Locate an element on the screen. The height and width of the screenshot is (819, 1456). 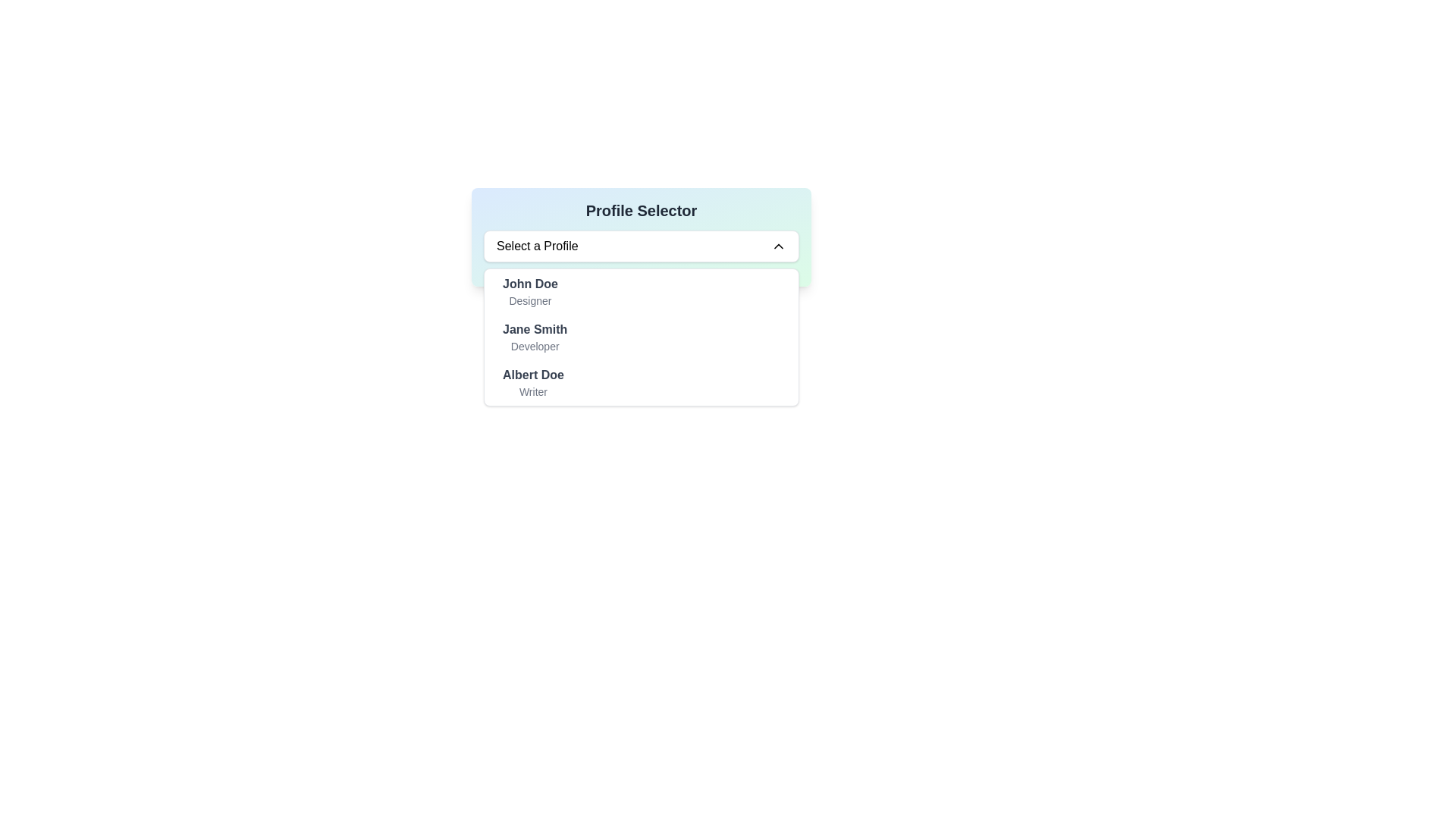
displayed text from the text label that identifies the user profile as 'Jane Smith', located under the 'Profile Selector' dropdown is located at coordinates (535, 329).